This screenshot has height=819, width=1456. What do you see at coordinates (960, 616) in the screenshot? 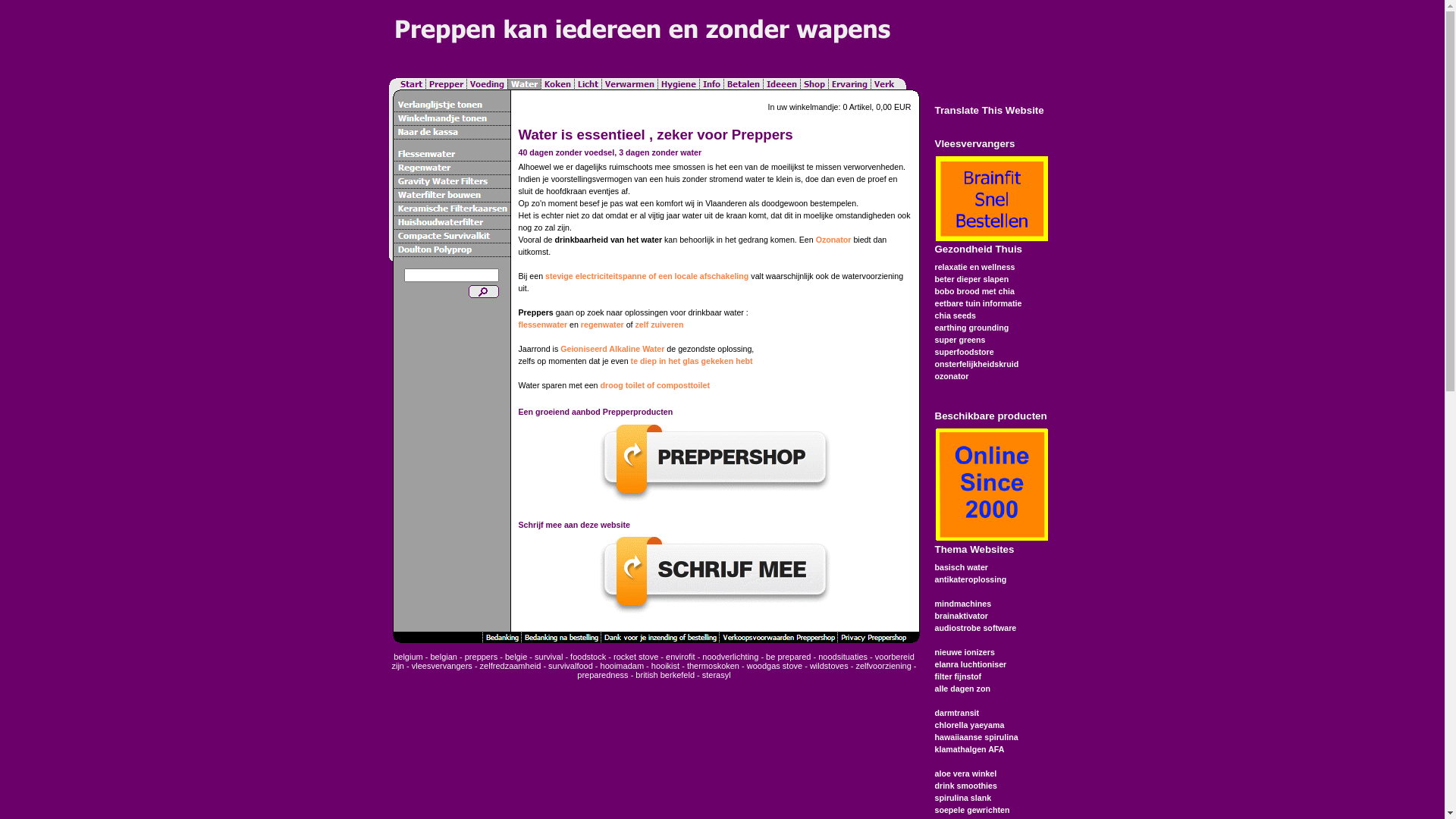
I see `'brainaktivator'` at bounding box center [960, 616].